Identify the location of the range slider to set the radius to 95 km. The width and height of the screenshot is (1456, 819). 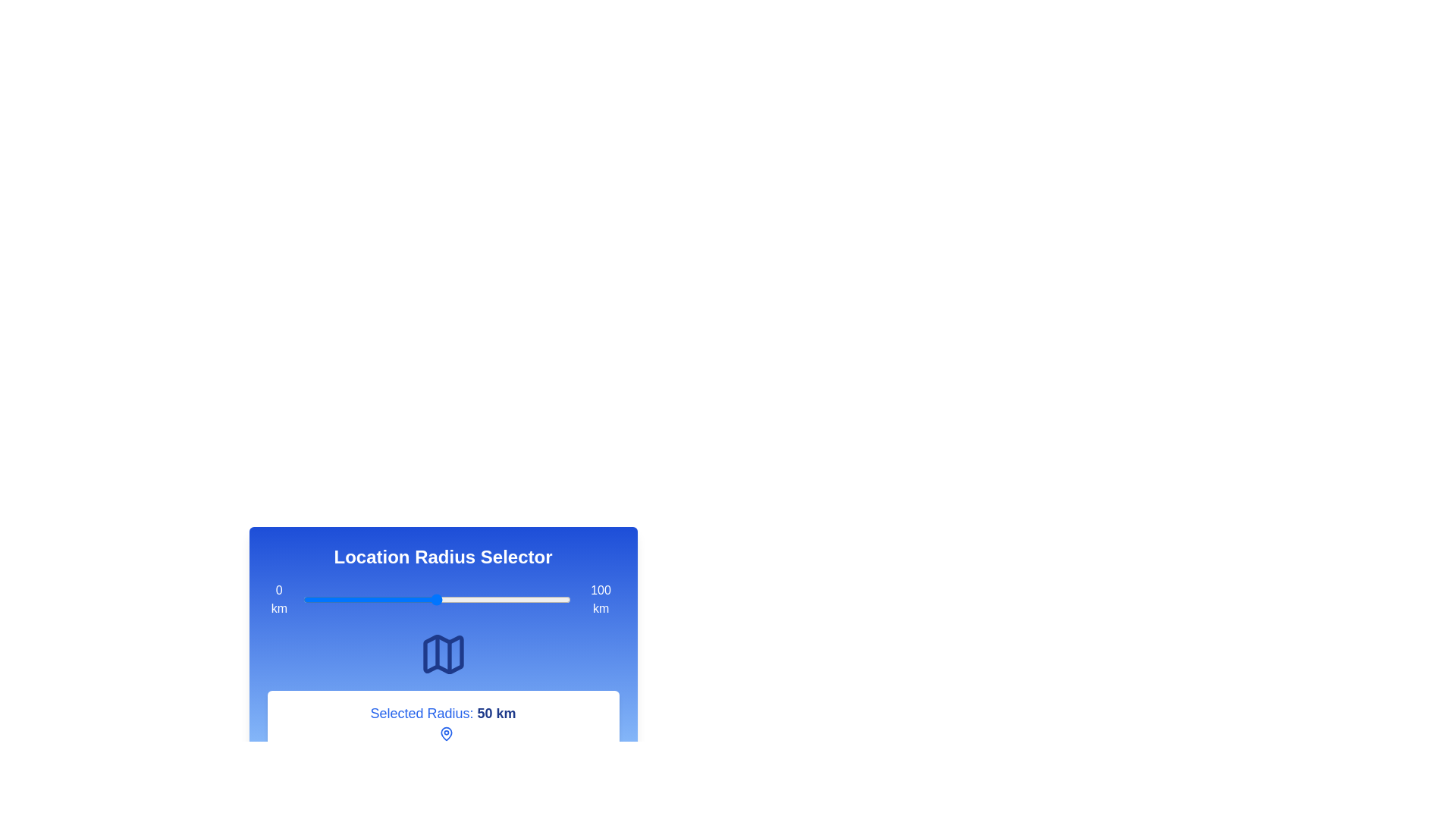
(556, 598).